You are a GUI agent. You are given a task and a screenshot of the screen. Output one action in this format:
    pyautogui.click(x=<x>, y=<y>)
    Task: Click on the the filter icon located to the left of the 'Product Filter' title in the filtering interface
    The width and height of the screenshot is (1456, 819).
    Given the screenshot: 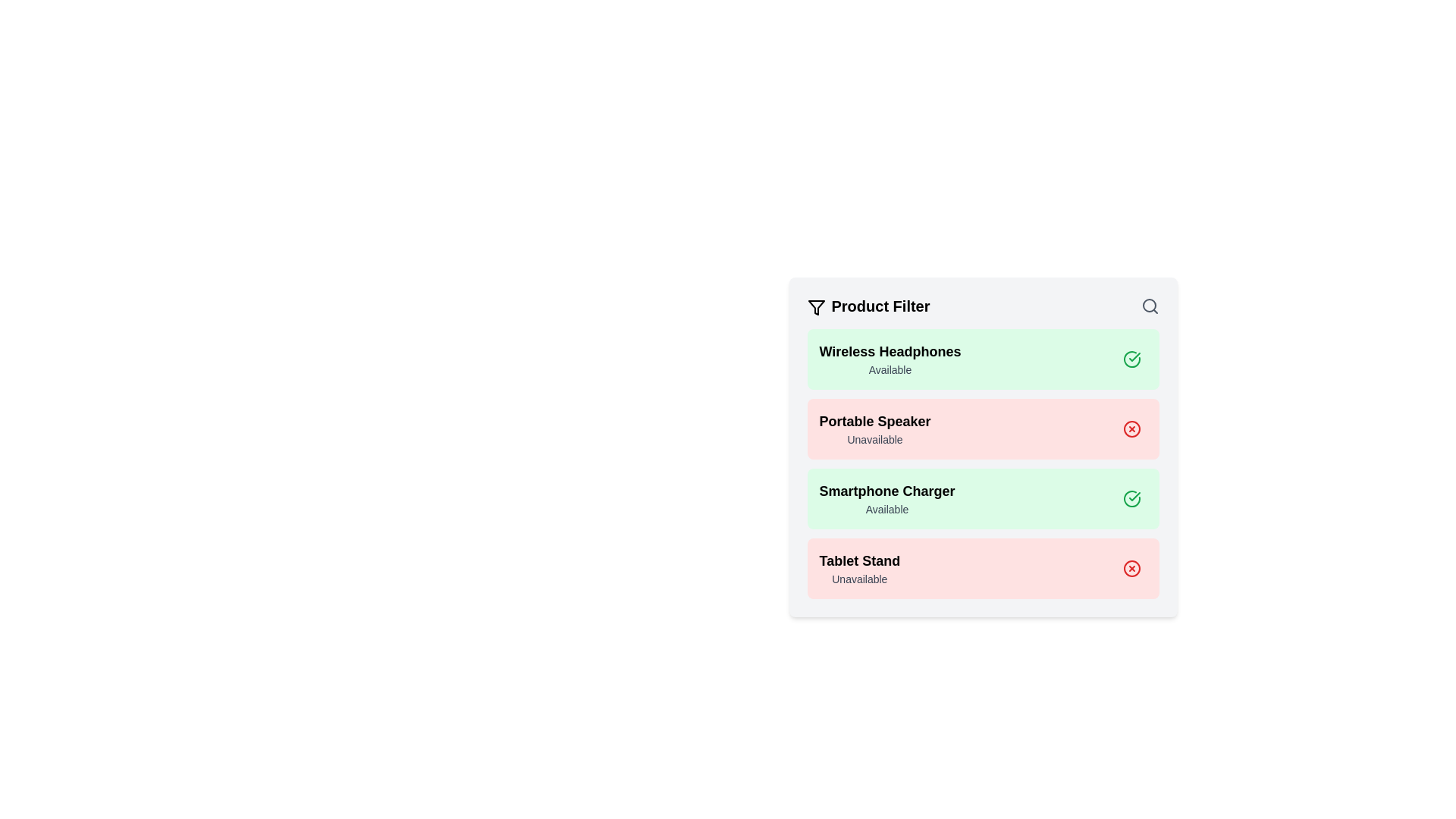 What is the action you would take?
    pyautogui.click(x=815, y=307)
    